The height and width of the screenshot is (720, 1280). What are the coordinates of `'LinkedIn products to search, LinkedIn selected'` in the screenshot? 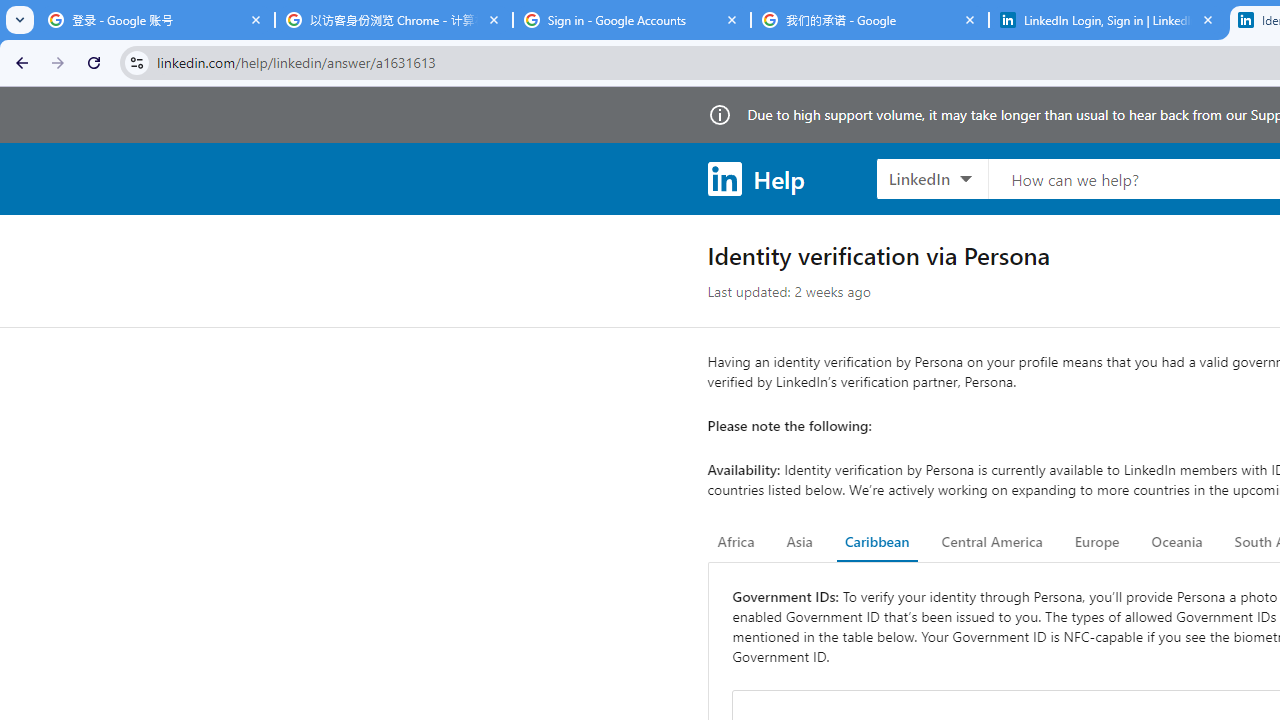 It's located at (931, 177).